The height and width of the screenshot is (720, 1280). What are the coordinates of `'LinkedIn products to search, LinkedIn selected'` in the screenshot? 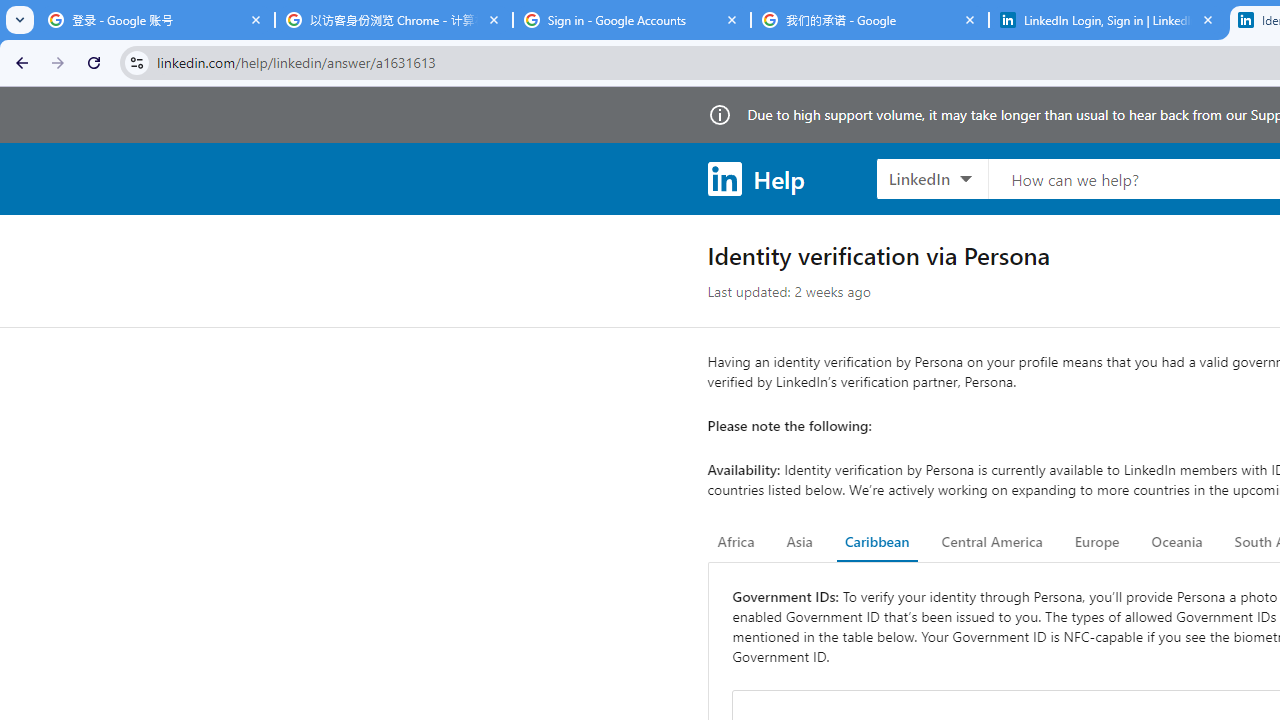 It's located at (931, 177).